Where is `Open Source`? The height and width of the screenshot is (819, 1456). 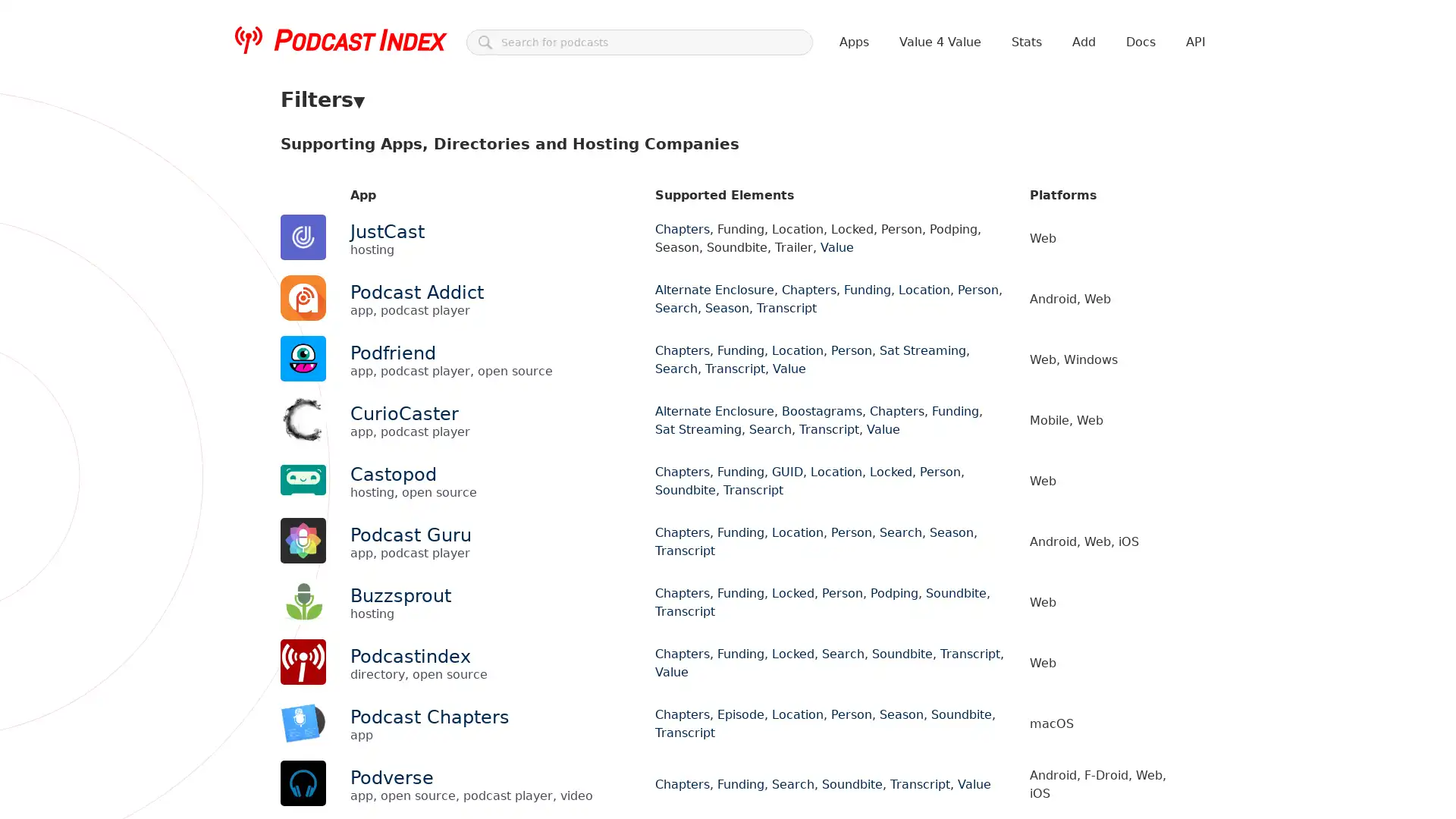 Open Source is located at coordinates (786, 146).